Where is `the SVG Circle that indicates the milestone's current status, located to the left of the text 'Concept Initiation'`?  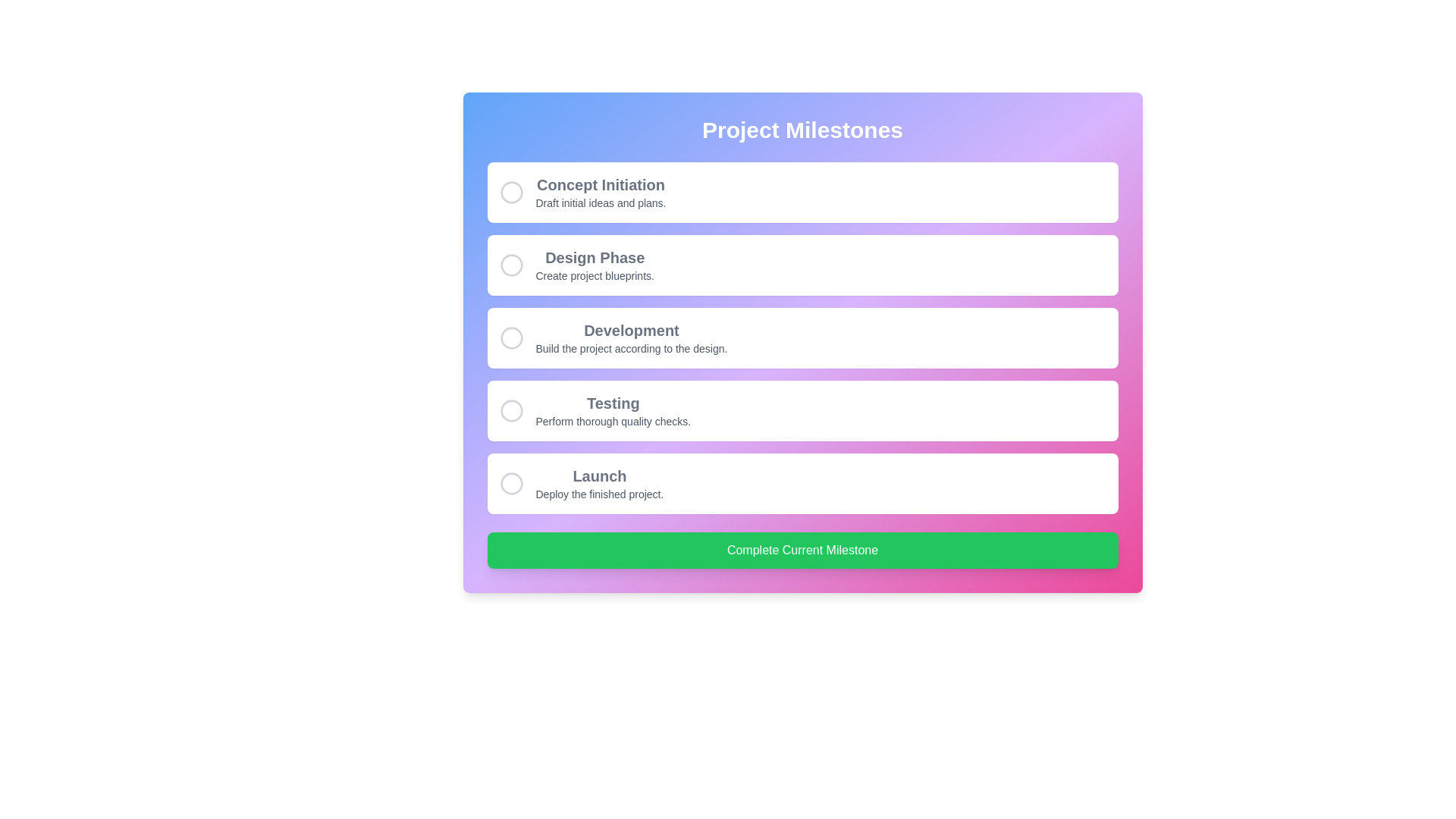
the SVG Circle that indicates the milestone's current status, located to the left of the text 'Concept Initiation' is located at coordinates (511, 192).